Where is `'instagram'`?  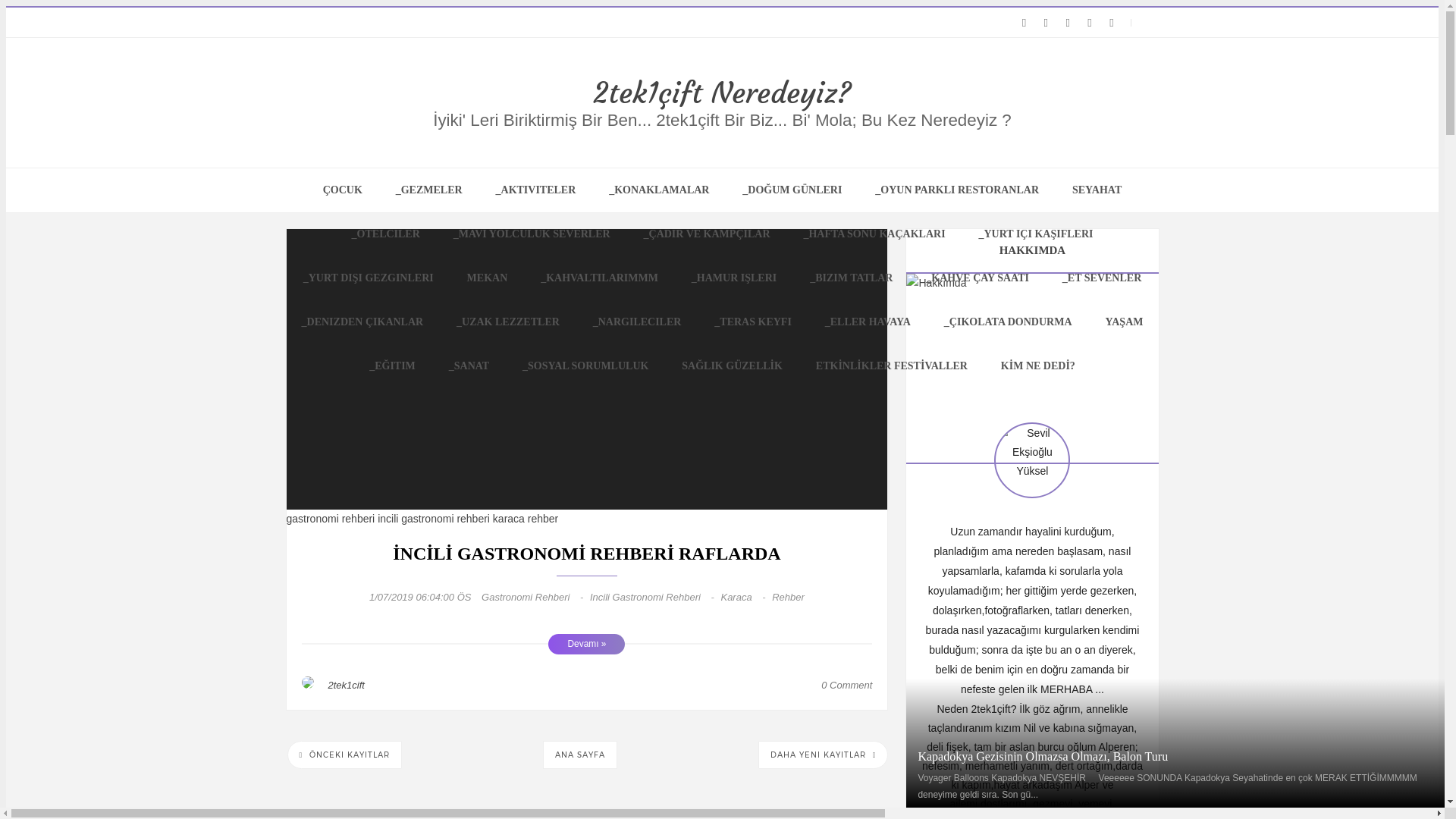 'instagram' is located at coordinates (1045, 23).